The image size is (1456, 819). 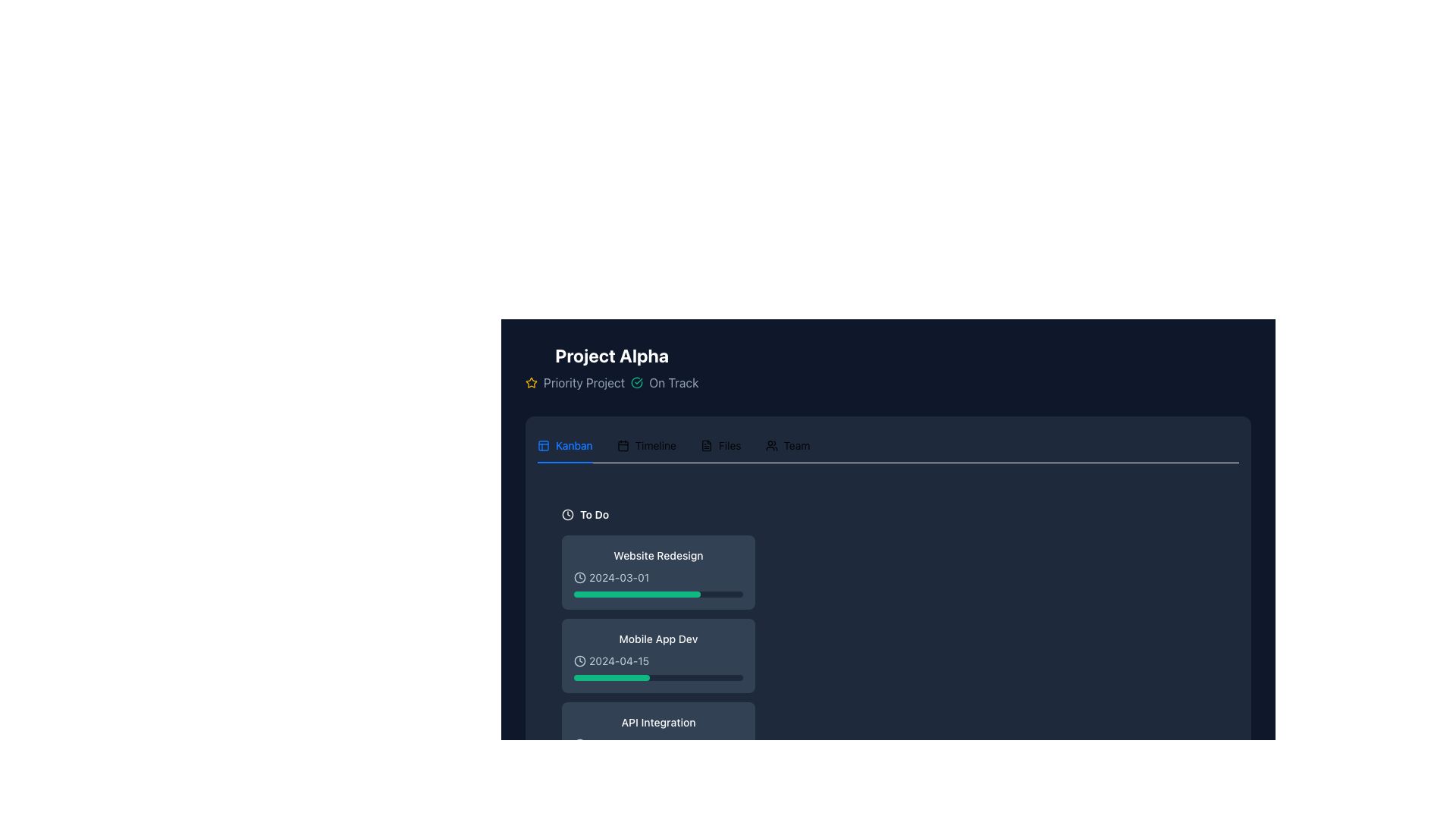 What do you see at coordinates (673, 444) in the screenshot?
I see `the 'Timeline' tab in the navigation bar` at bounding box center [673, 444].